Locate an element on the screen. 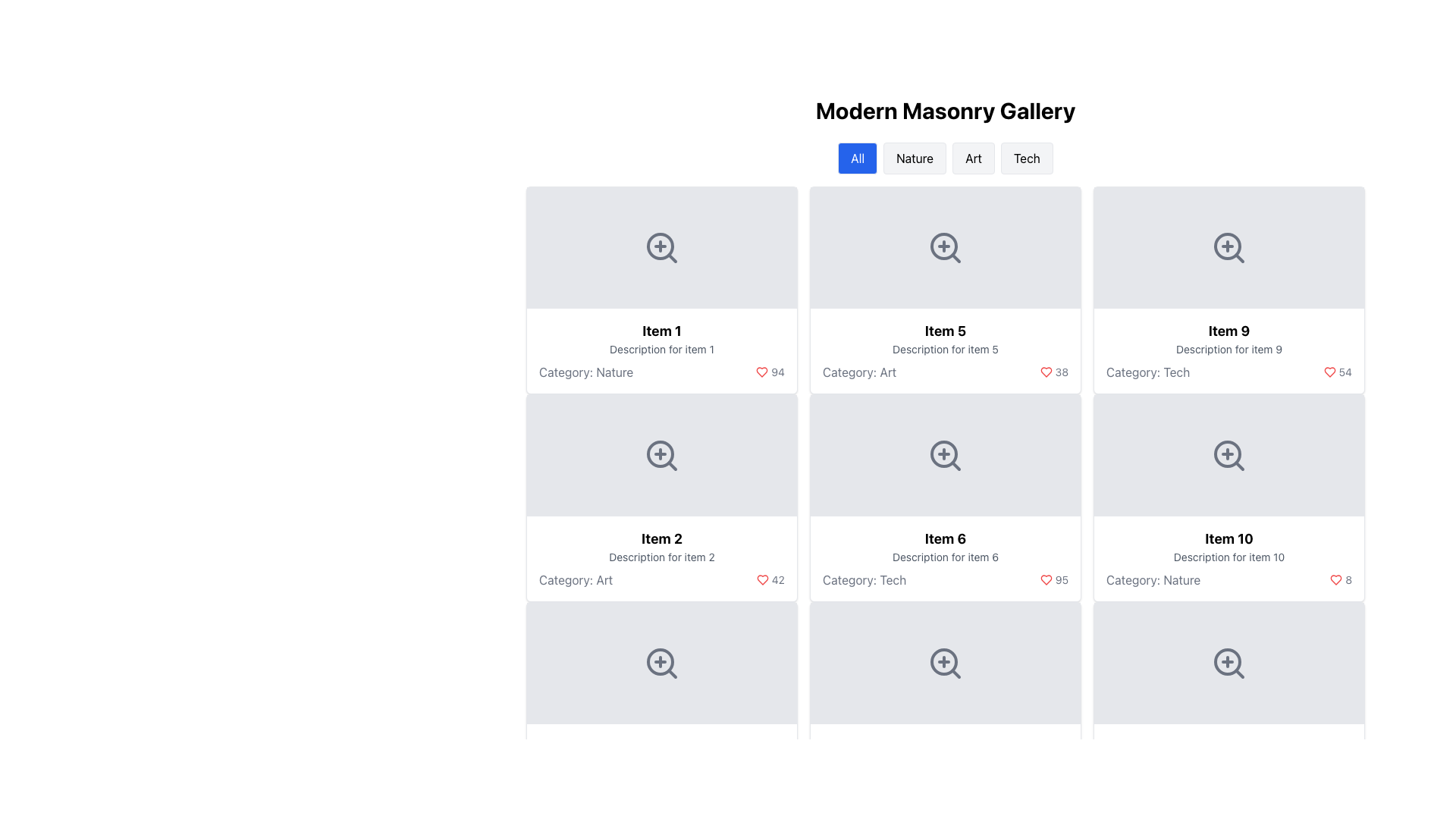  header text element located in the 6th panel of the grid, which serves as the title for its corresponding panel is located at coordinates (945, 538).